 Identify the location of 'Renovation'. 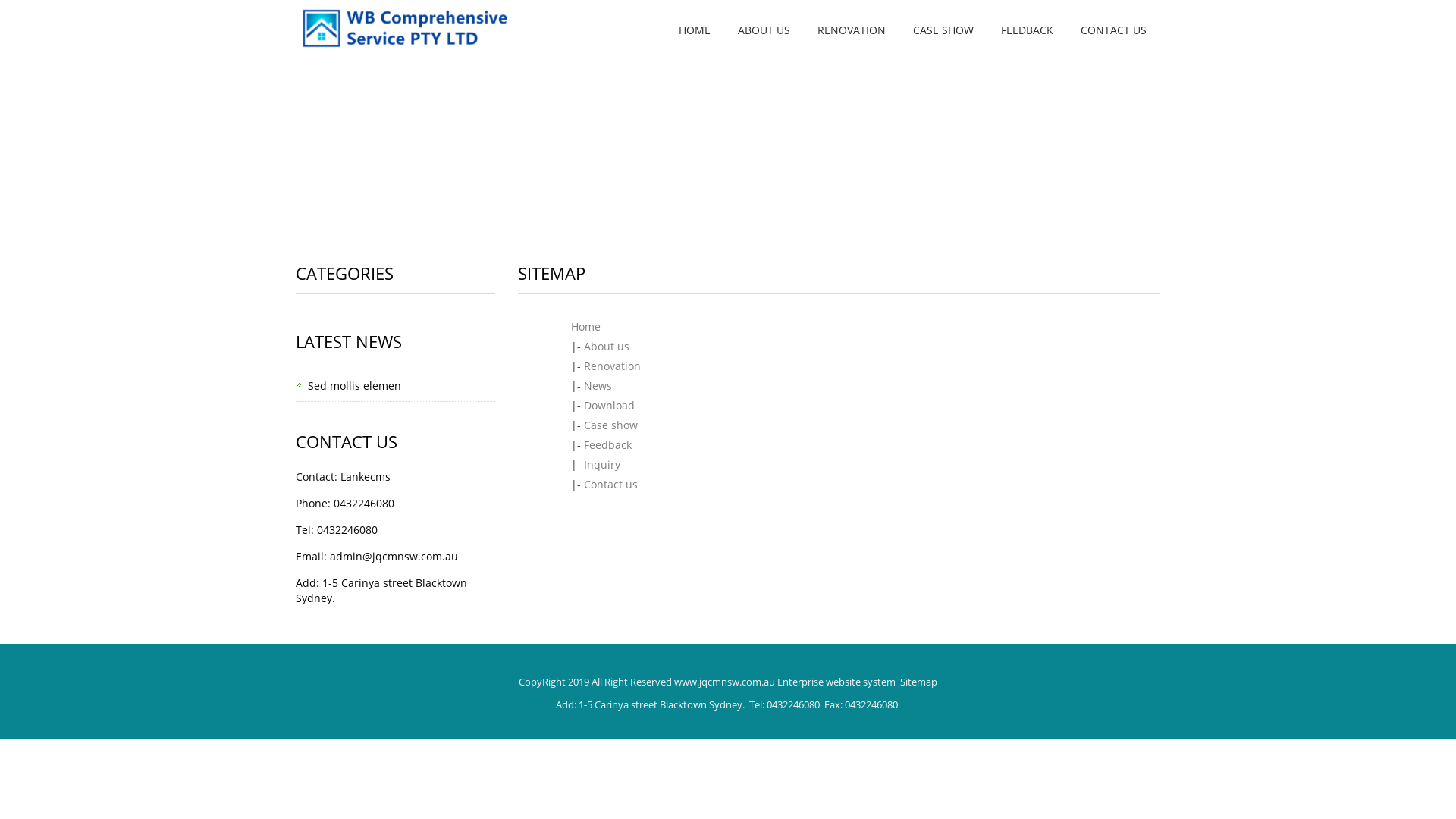
(612, 366).